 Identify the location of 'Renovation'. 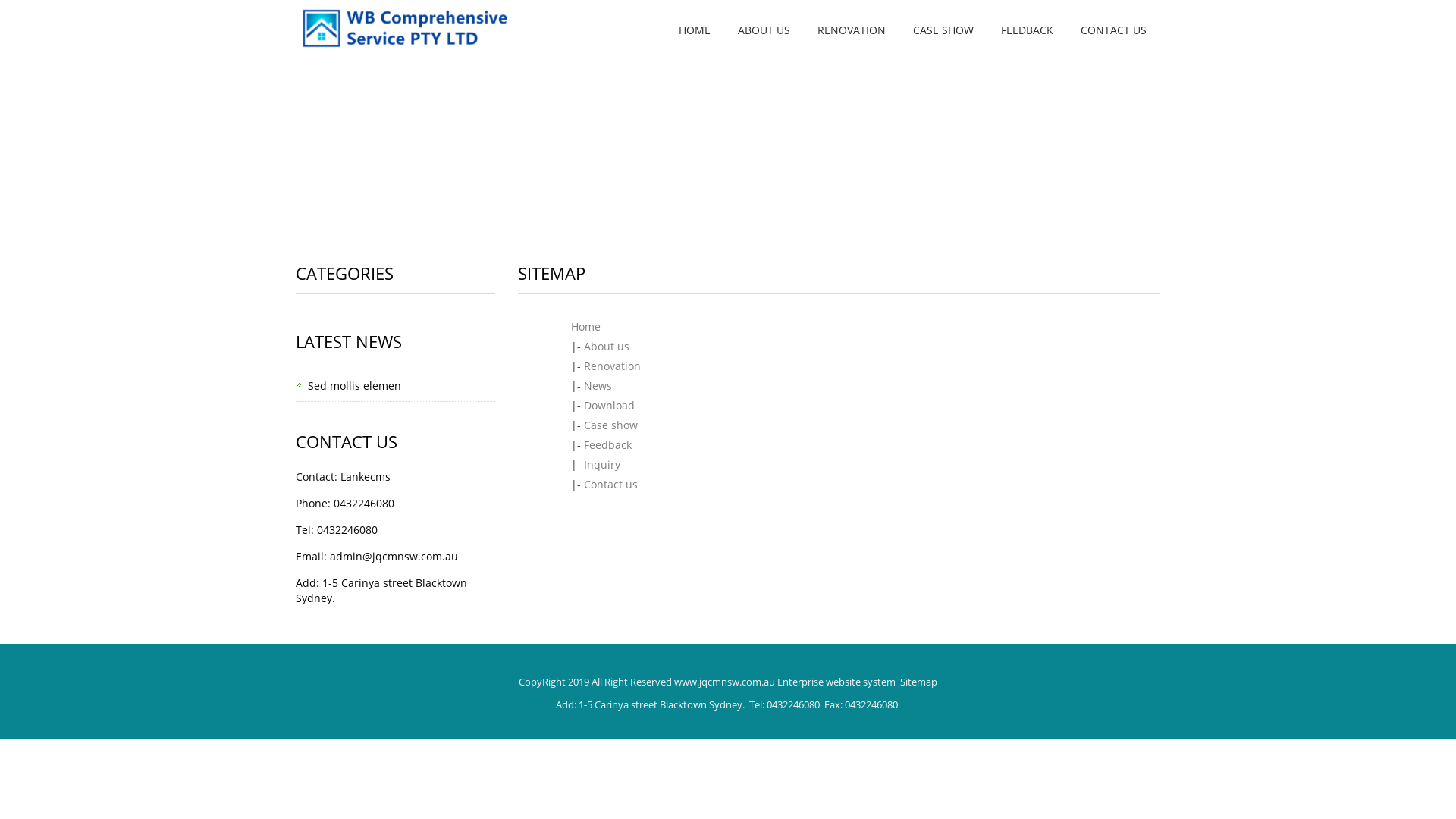
(612, 366).